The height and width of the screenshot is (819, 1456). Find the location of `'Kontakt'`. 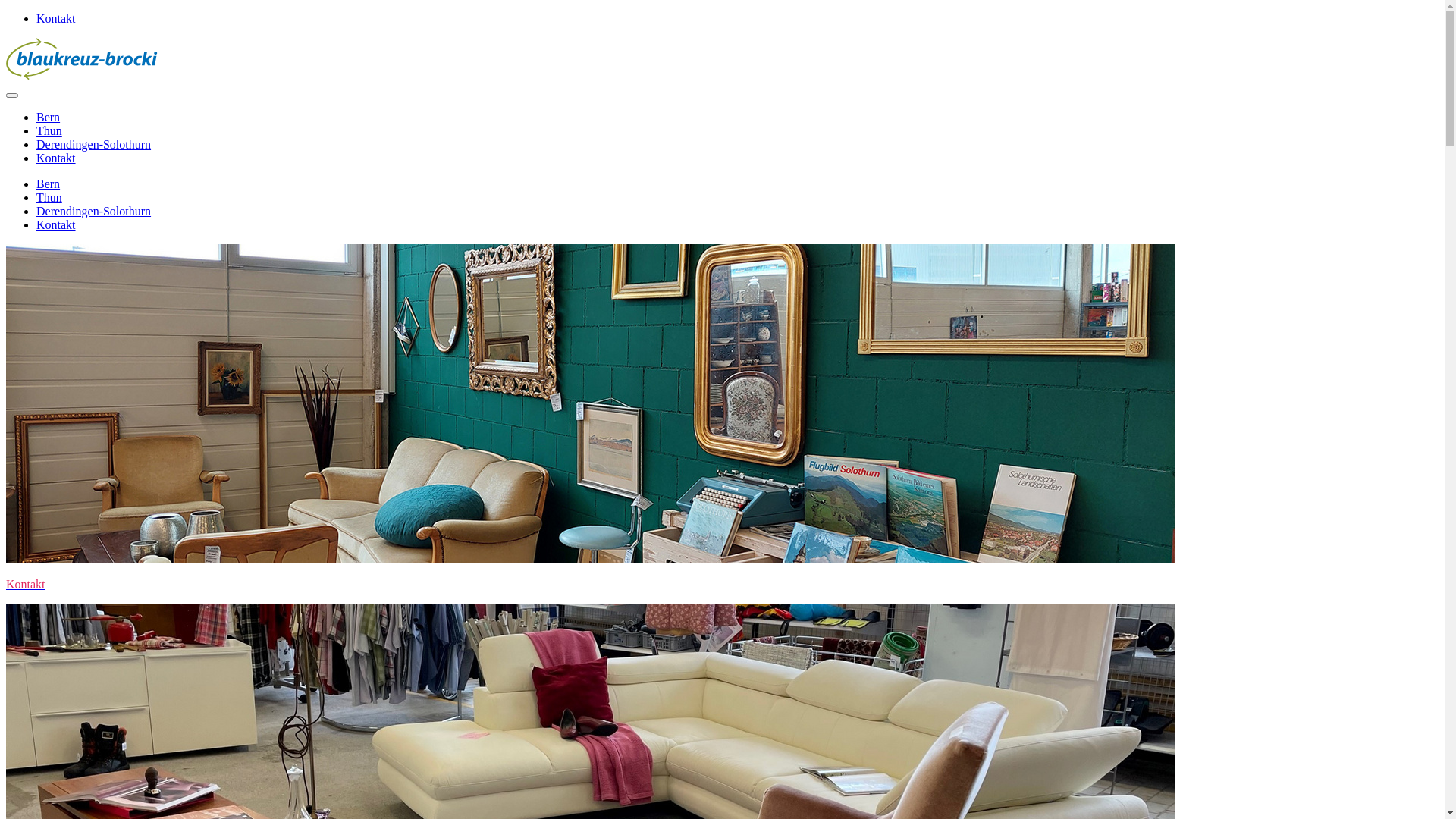

'Kontakt' is located at coordinates (55, 18).